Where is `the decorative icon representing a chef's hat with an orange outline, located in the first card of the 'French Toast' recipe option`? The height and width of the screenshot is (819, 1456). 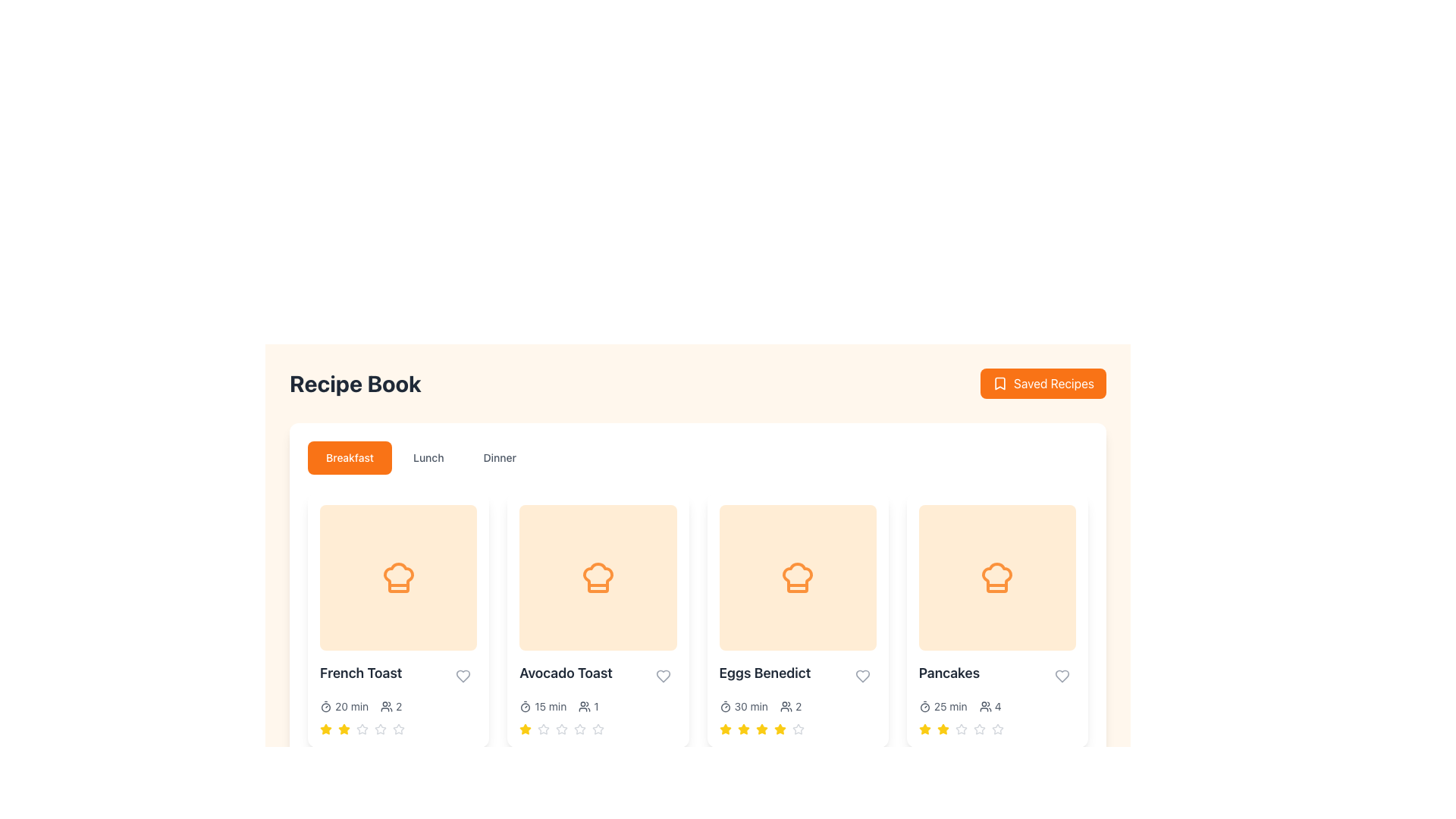 the decorative icon representing a chef's hat with an orange outline, located in the first card of the 'French Toast' recipe option is located at coordinates (398, 578).